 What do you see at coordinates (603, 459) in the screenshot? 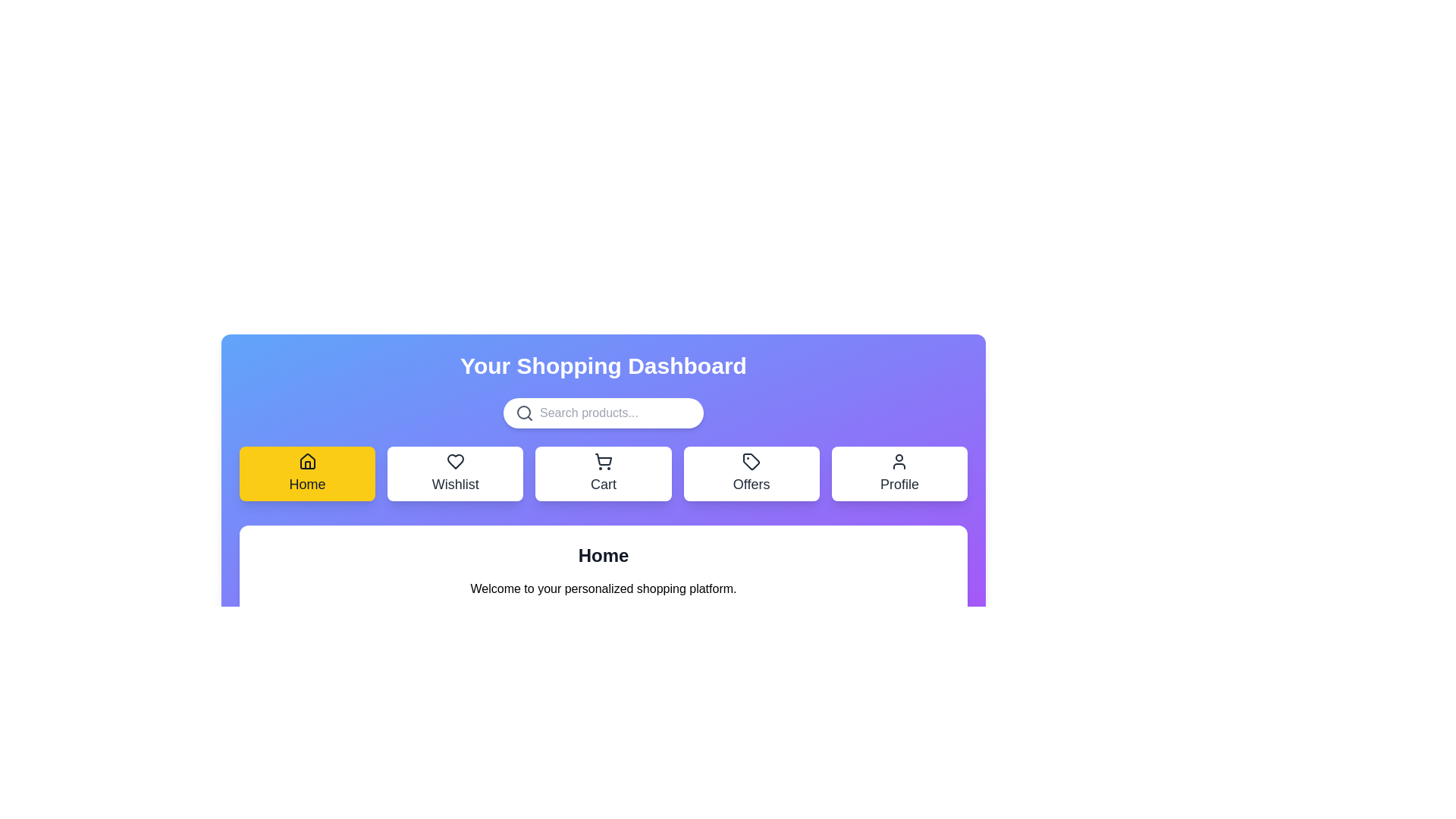
I see `the cart icon located in the navigation bar, which is the third icon from the left` at bounding box center [603, 459].